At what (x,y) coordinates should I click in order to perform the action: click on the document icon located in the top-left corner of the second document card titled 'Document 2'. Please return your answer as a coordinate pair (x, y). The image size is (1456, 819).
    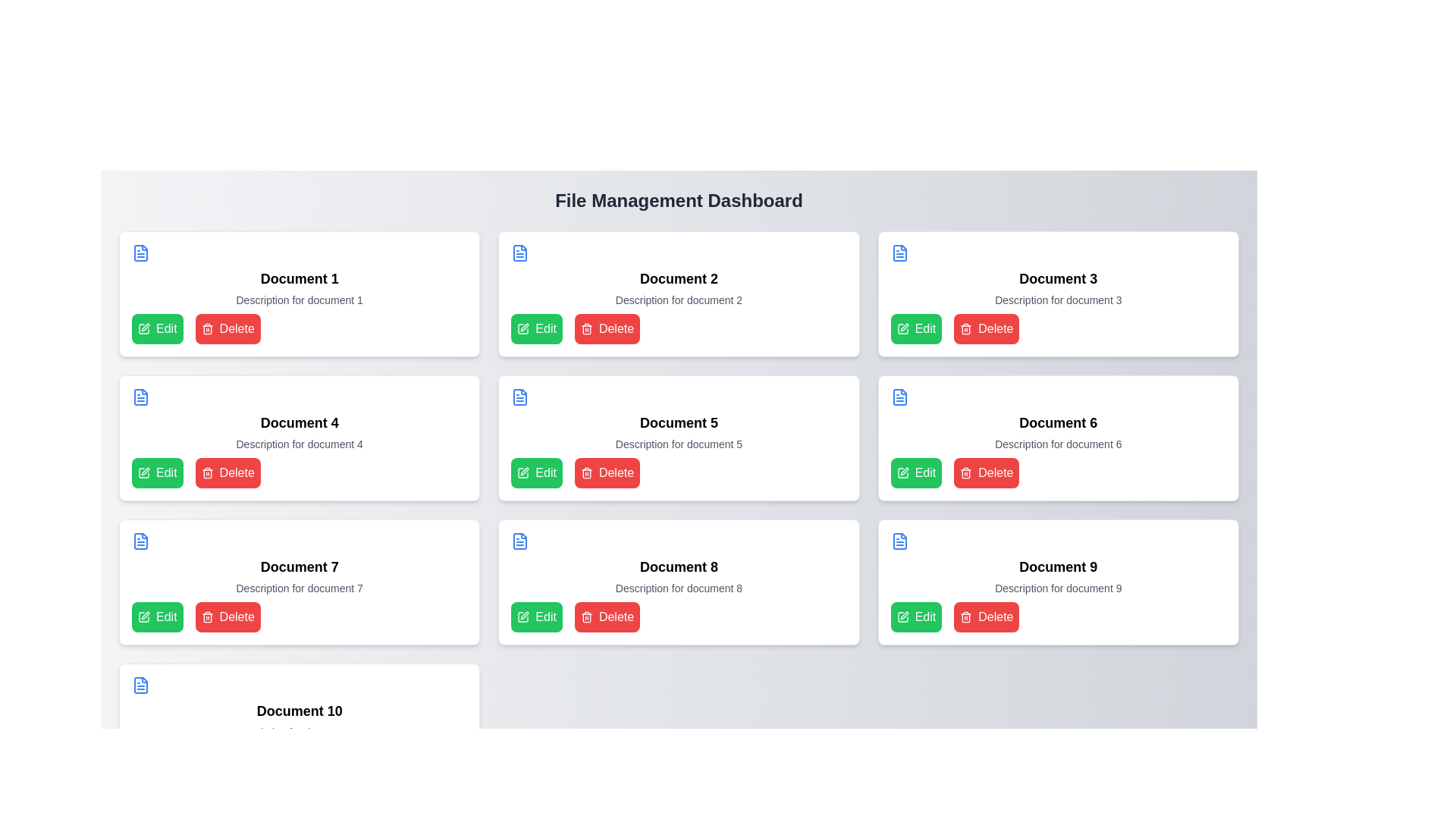
    Looking at the image, I should click on (520, 253).